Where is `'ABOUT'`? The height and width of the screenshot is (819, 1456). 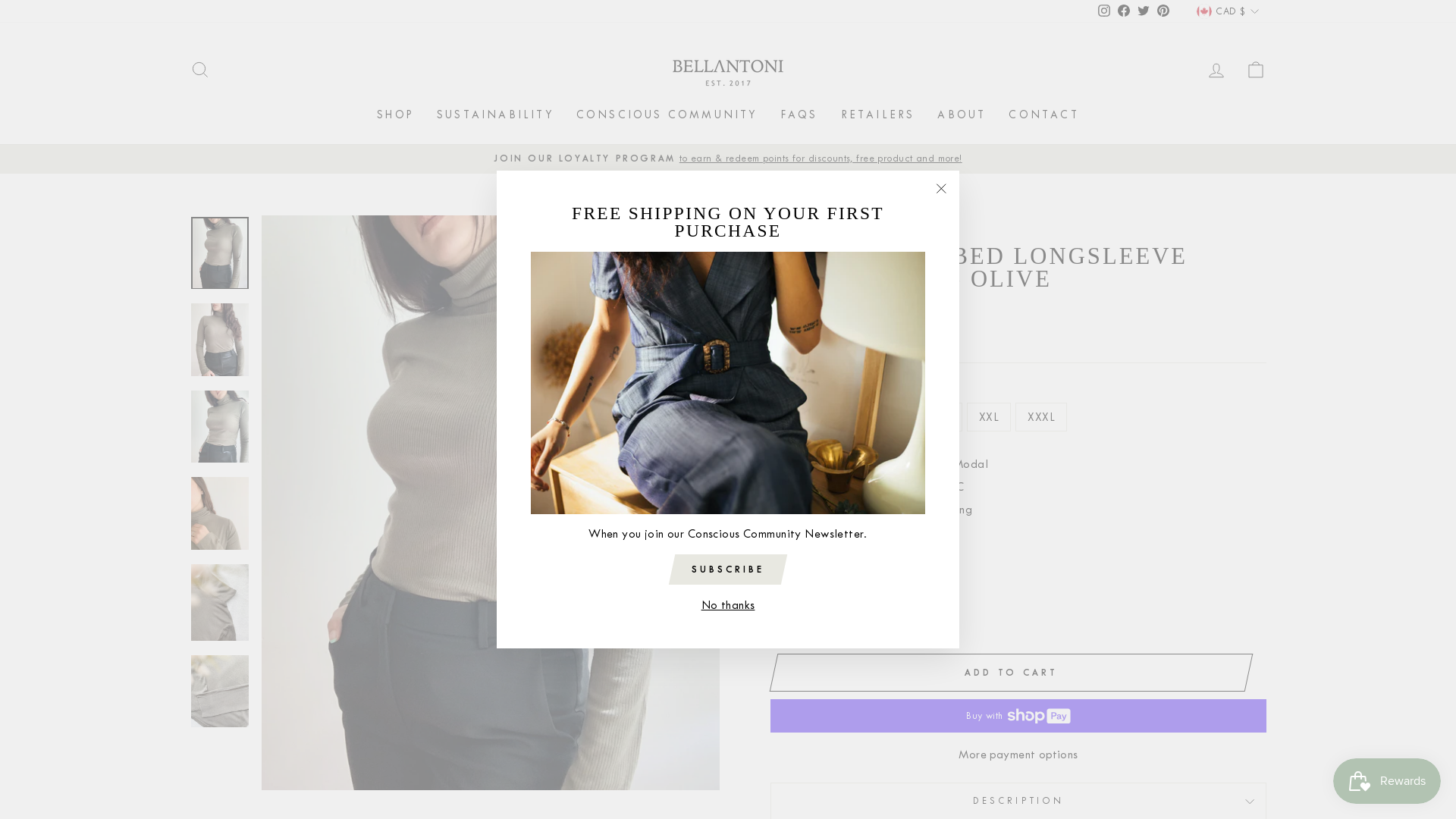
'ABOUT' is located at coordinates (960, 114).